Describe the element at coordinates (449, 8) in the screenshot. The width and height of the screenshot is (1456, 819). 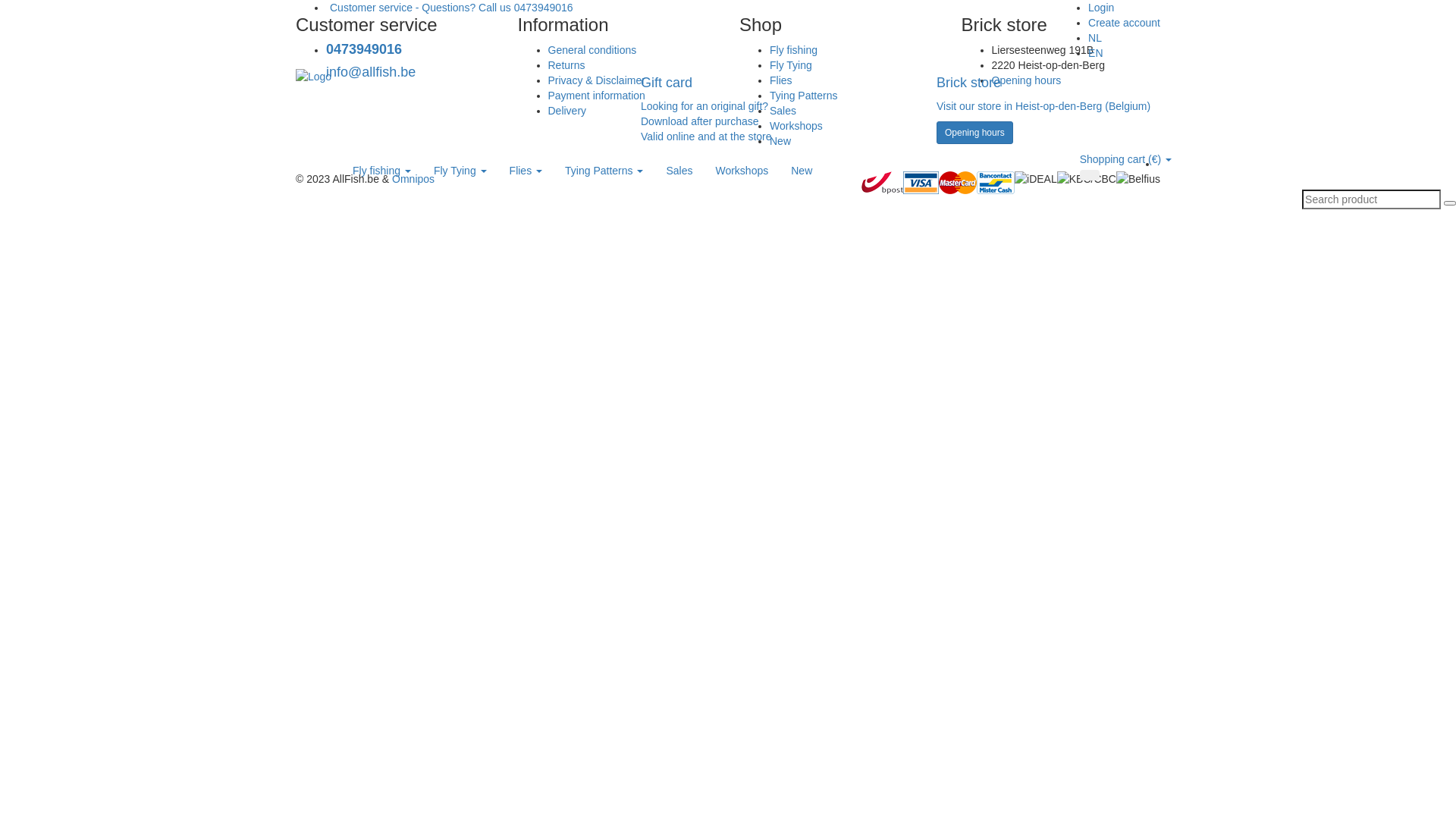
I see `'Customer service - Questions? Call us 0473949016'` at that location.